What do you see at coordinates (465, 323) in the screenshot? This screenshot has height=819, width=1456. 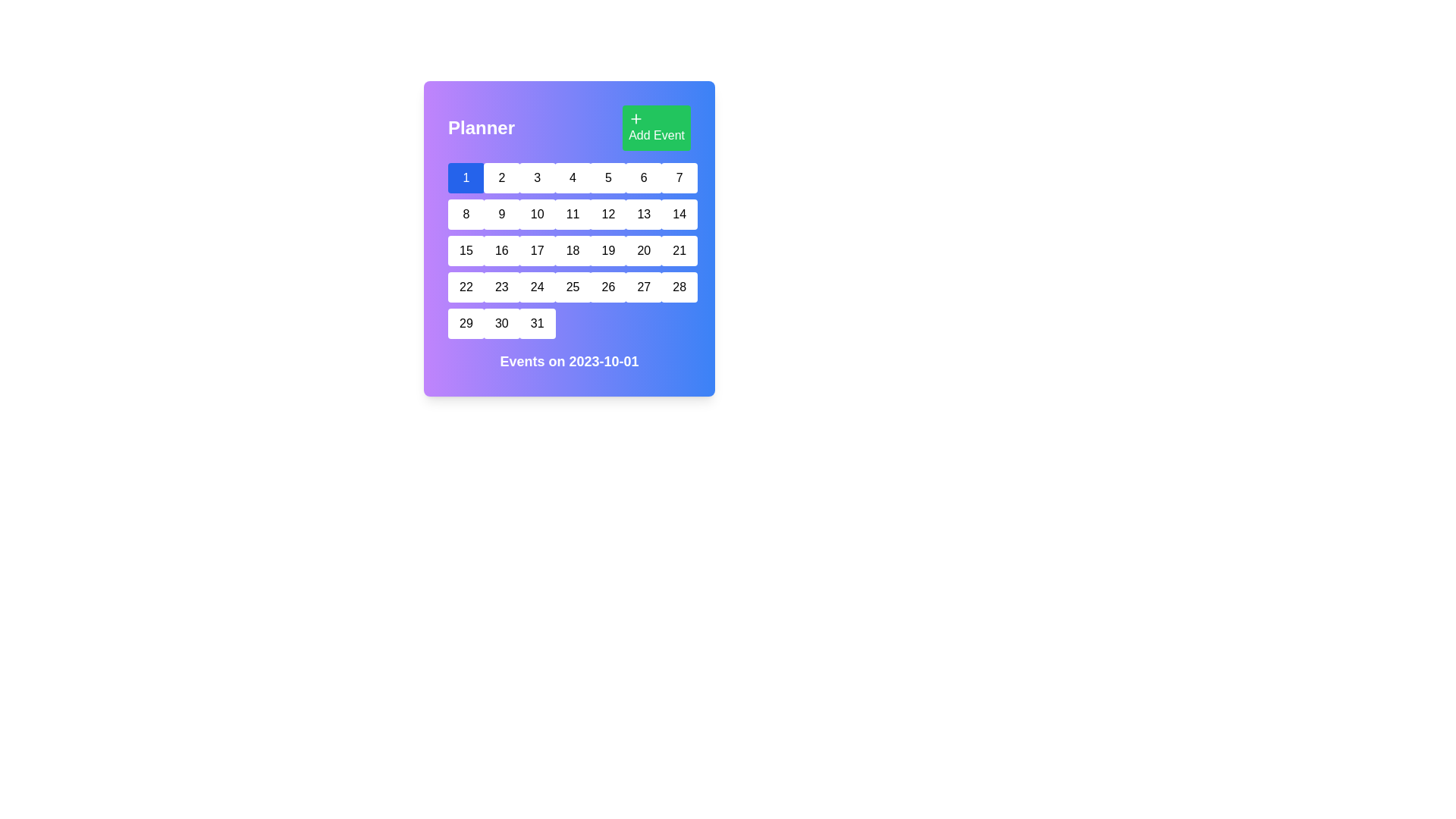 I see `the rectangular button with rounded corners displaying '29' in the calendar interface` at bounding box center [465, 323].